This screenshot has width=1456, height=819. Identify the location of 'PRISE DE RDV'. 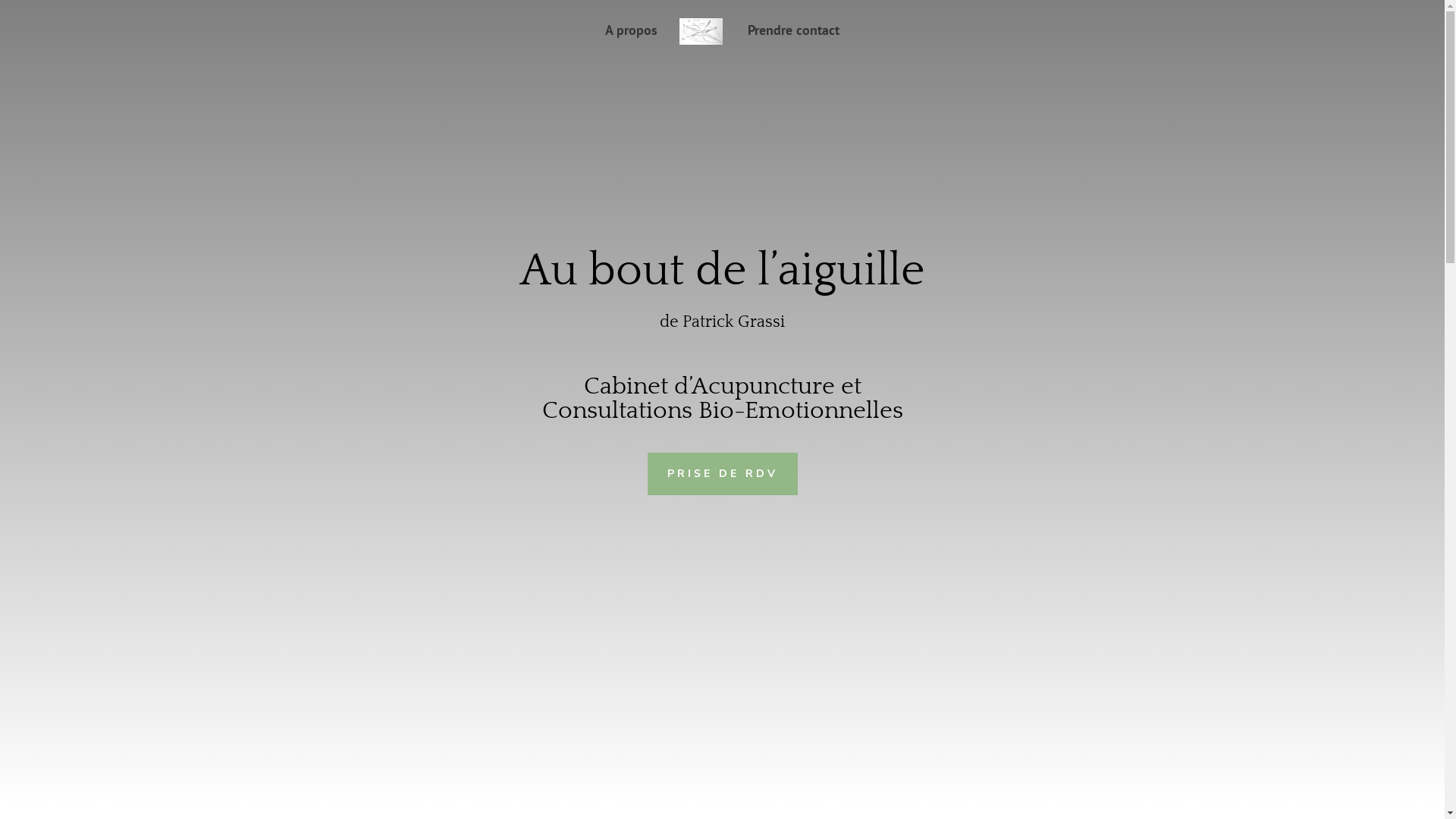
(722, 472).